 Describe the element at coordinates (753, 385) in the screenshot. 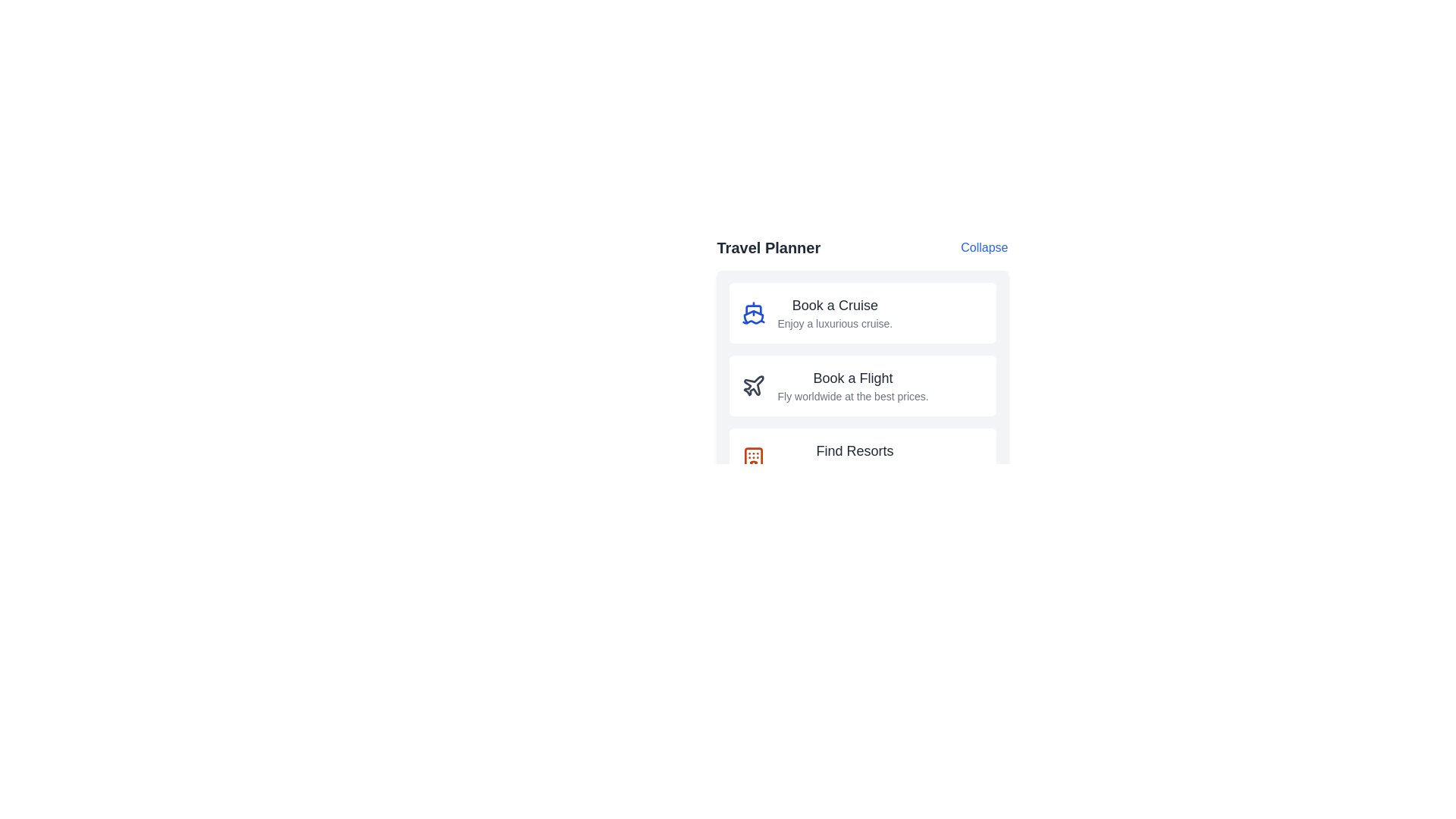

I see `the airplane icon, which is a minimalistic outline design in dark gray, located to the left of the 'Book a Flight' text in the second item of the travel options list under the 'Travel Planner' heading` at that location.